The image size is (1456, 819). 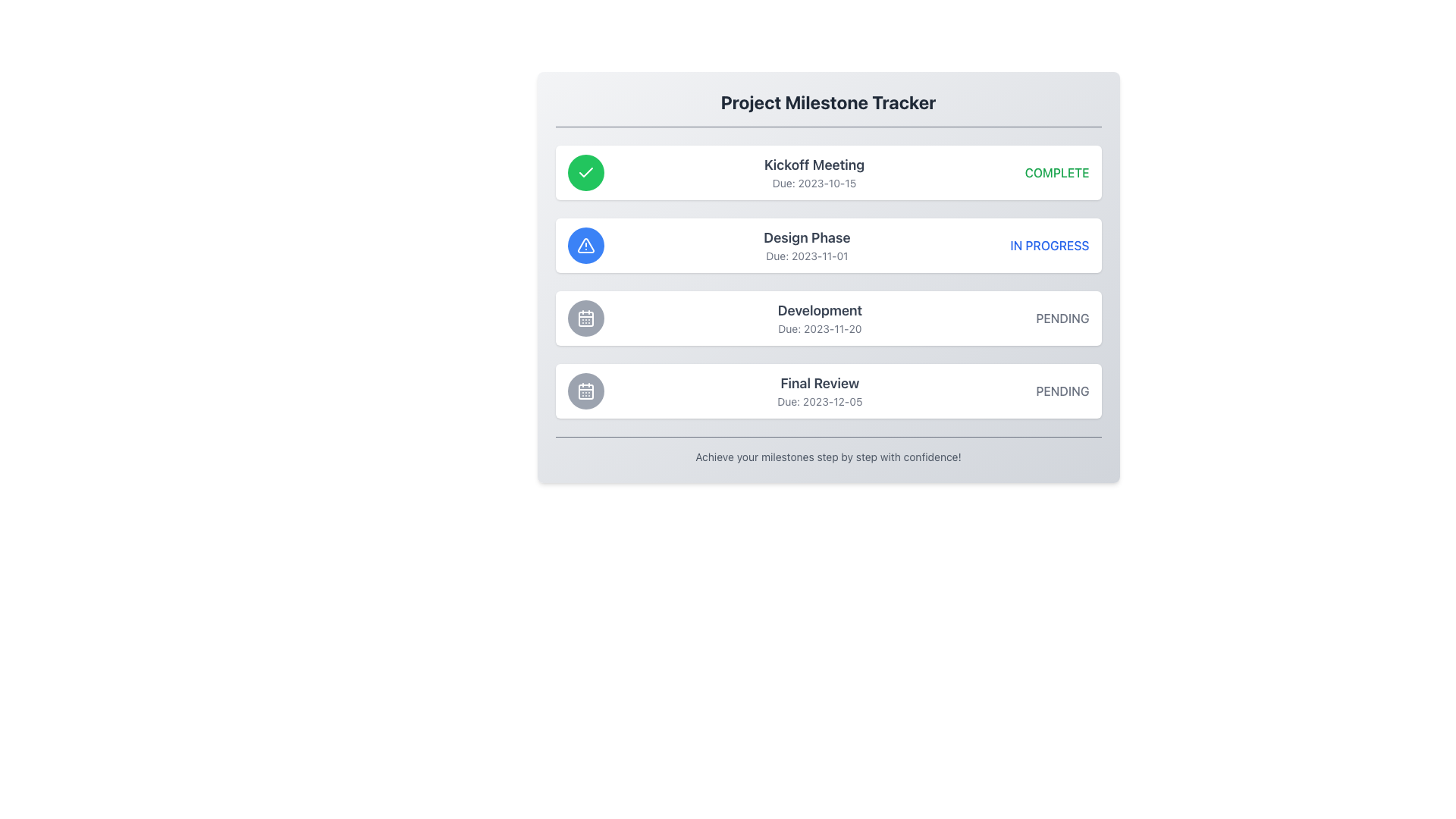 What do you see at coordinates (814, 165) in the screenshot?
I see `the Text Label that serves as the title for the 'Kickoff Meeting' milestone task, which is positioned above the 'Due: 2023-10-15' label` at bounding box center [814, 165].